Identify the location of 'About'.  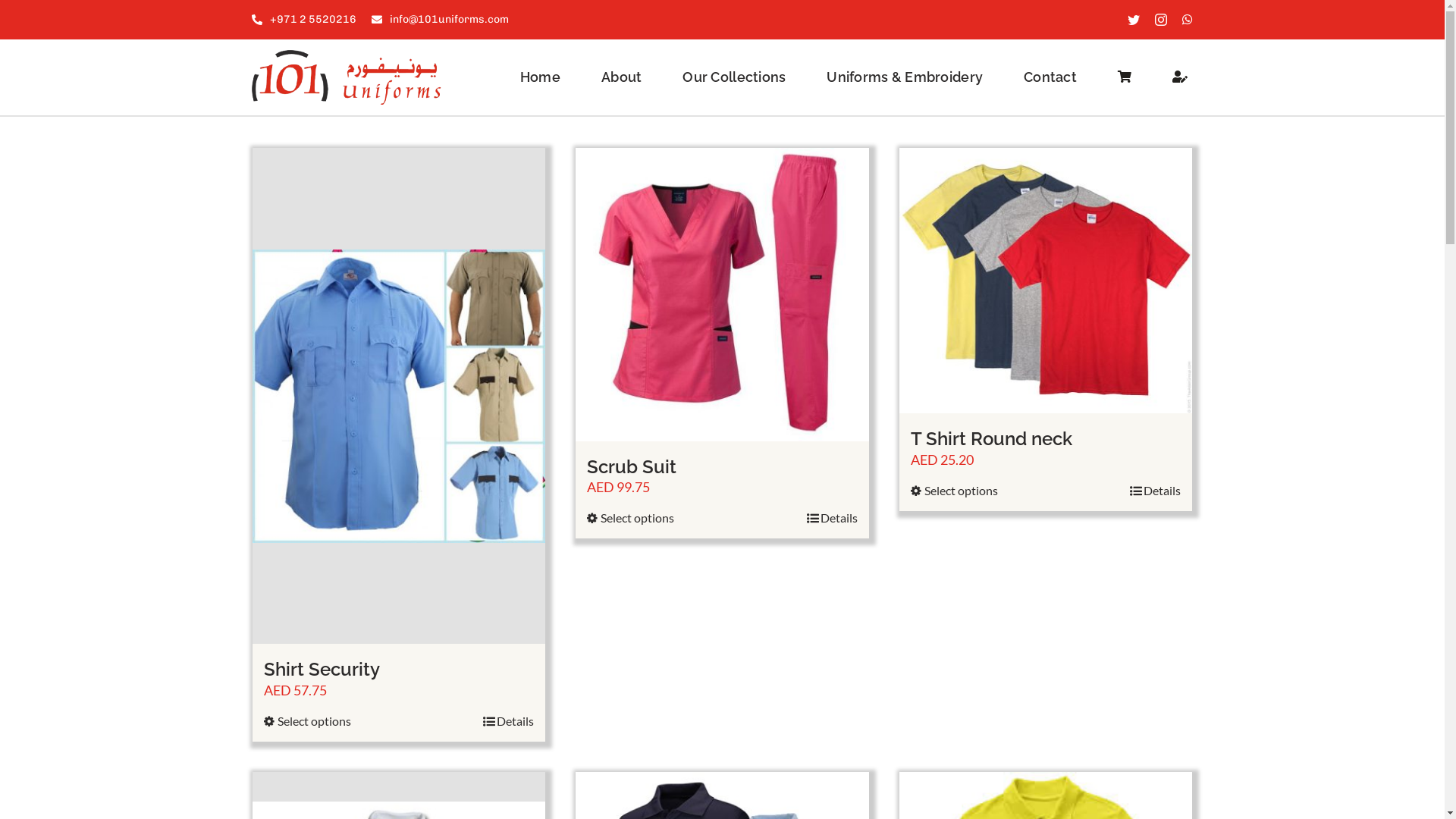
(621, 77).